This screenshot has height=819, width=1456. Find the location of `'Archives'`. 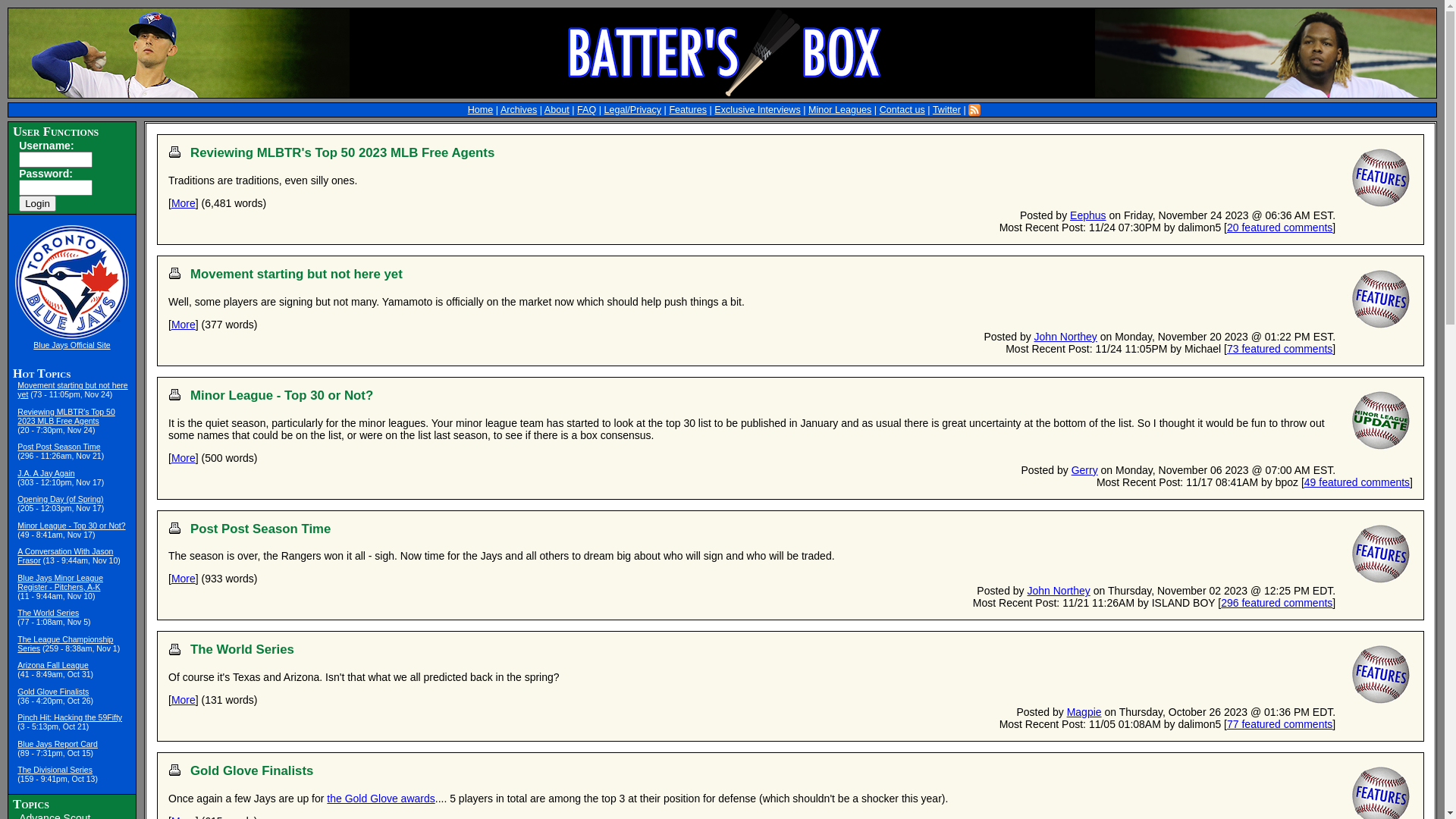

'Archives' is located at coordinates (519, 109).